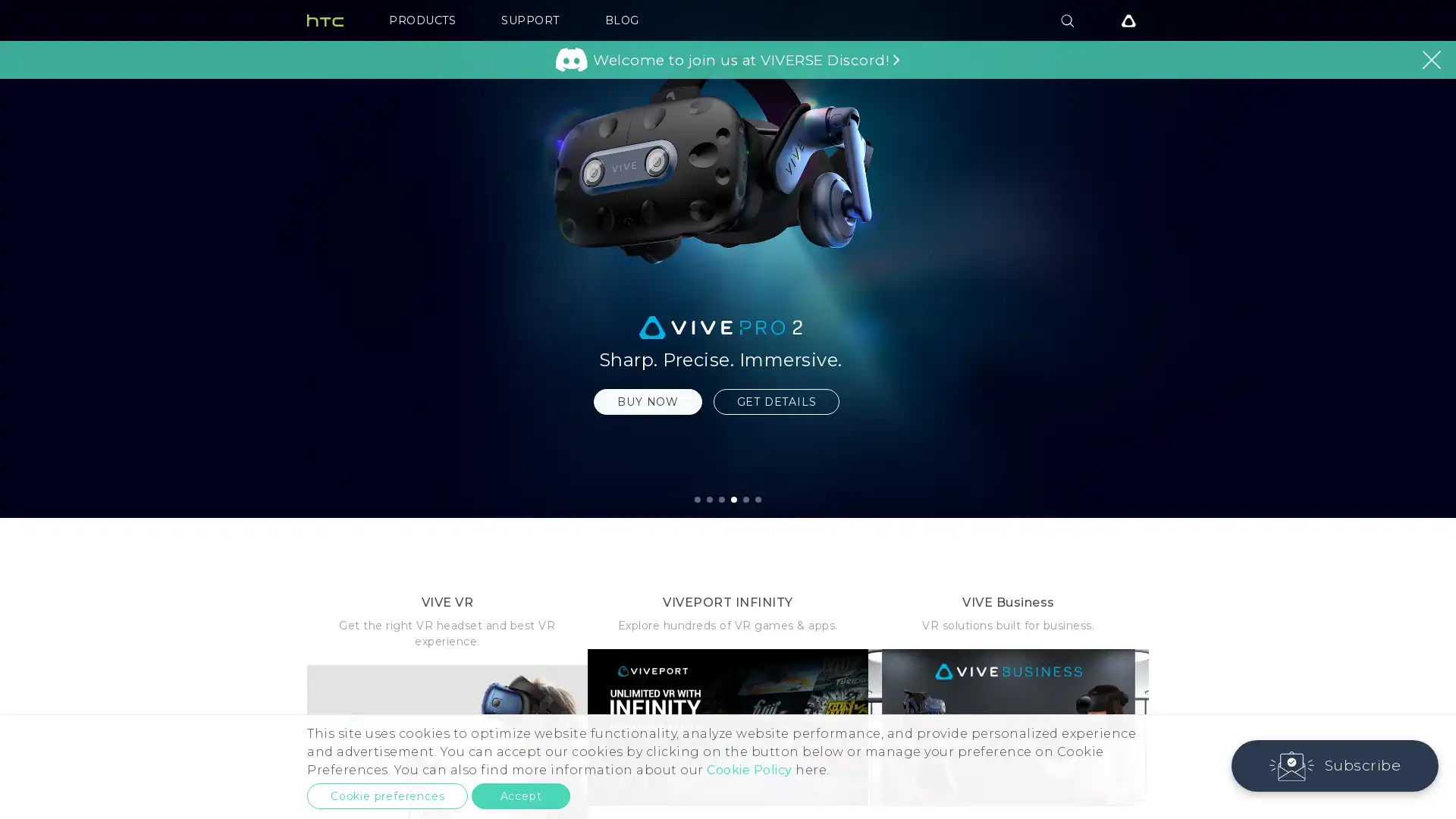  Describe the element at coordinates (745, 500) in the screenshot. I see `5` at that location.